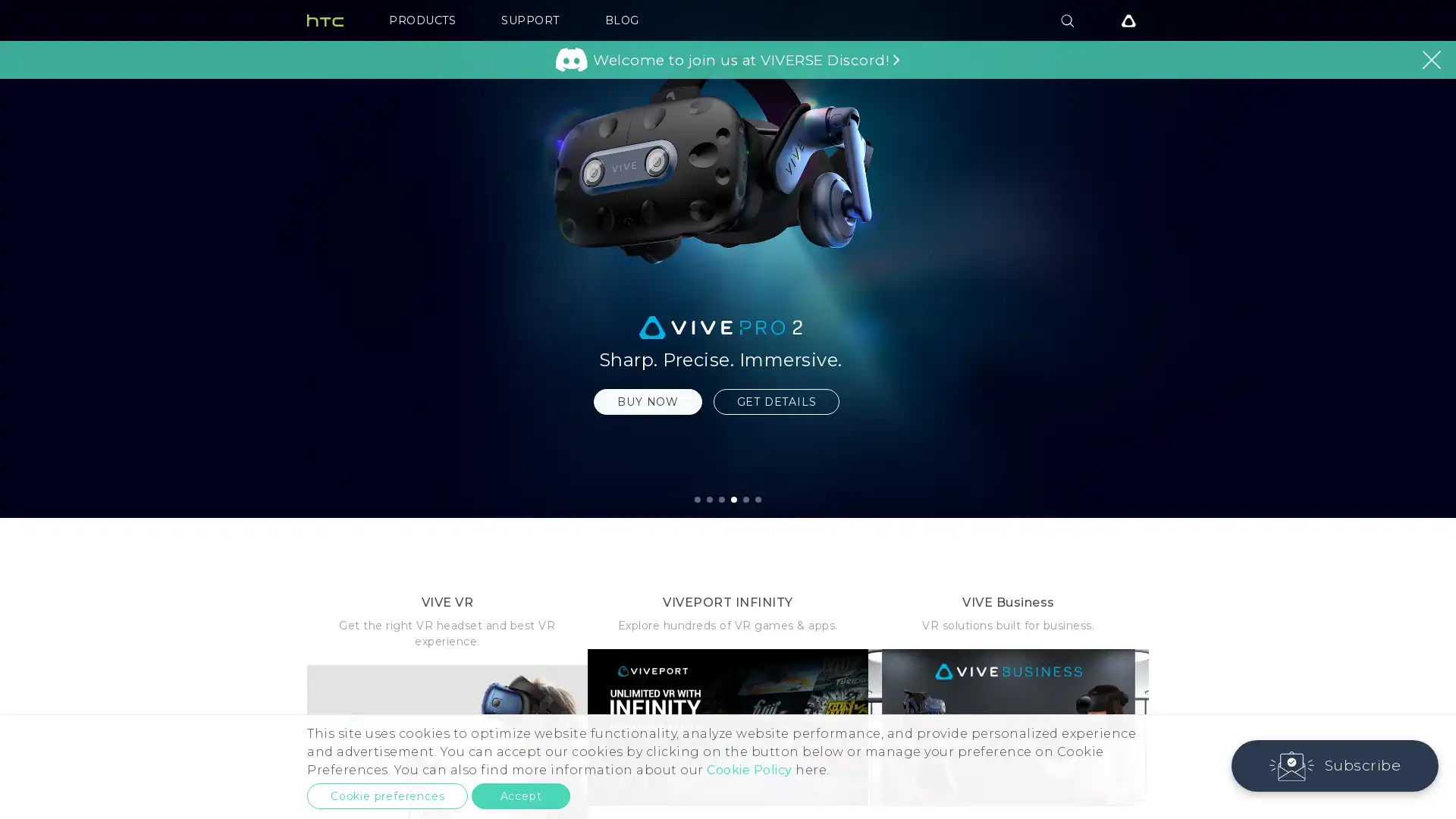  Describe the element at coordinates (745, 500) in the screenshot. I see `5` at that location.